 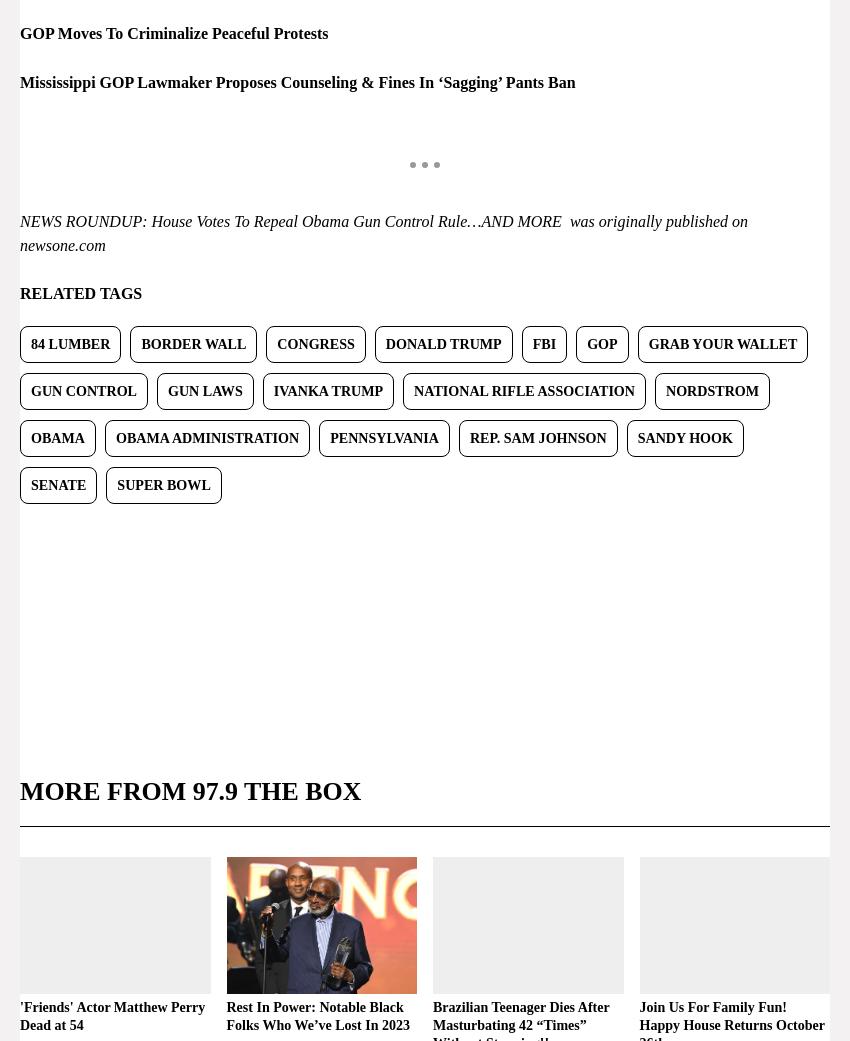 I want to click on 'Mississippi GOP Lawmaker Proposes Counseling & Fines In ‘Sagging’ Pants Ban', so click(x=296, y=80).